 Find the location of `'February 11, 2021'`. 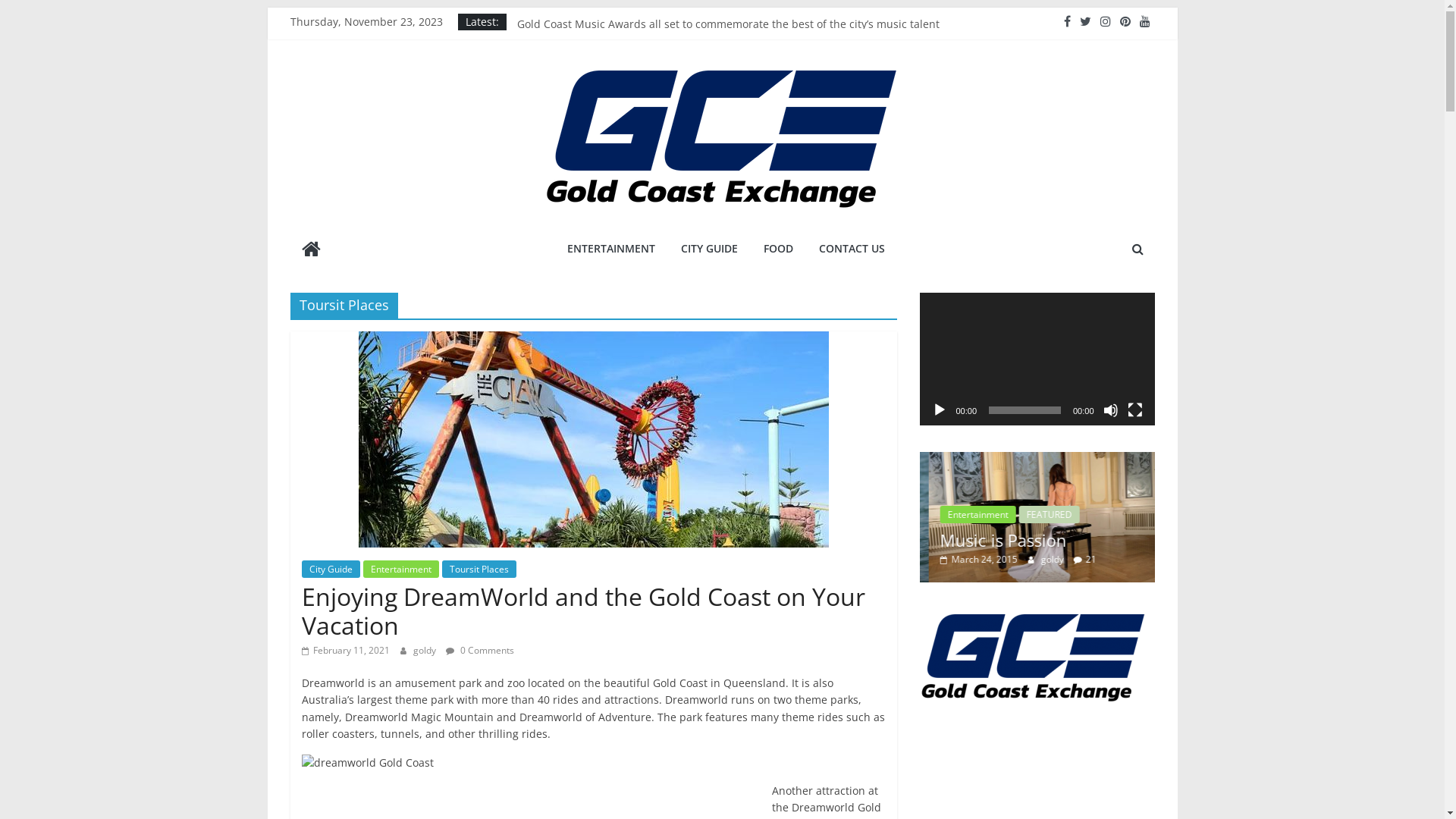

'February 11, 2021' is located at coordinates (345, 649).